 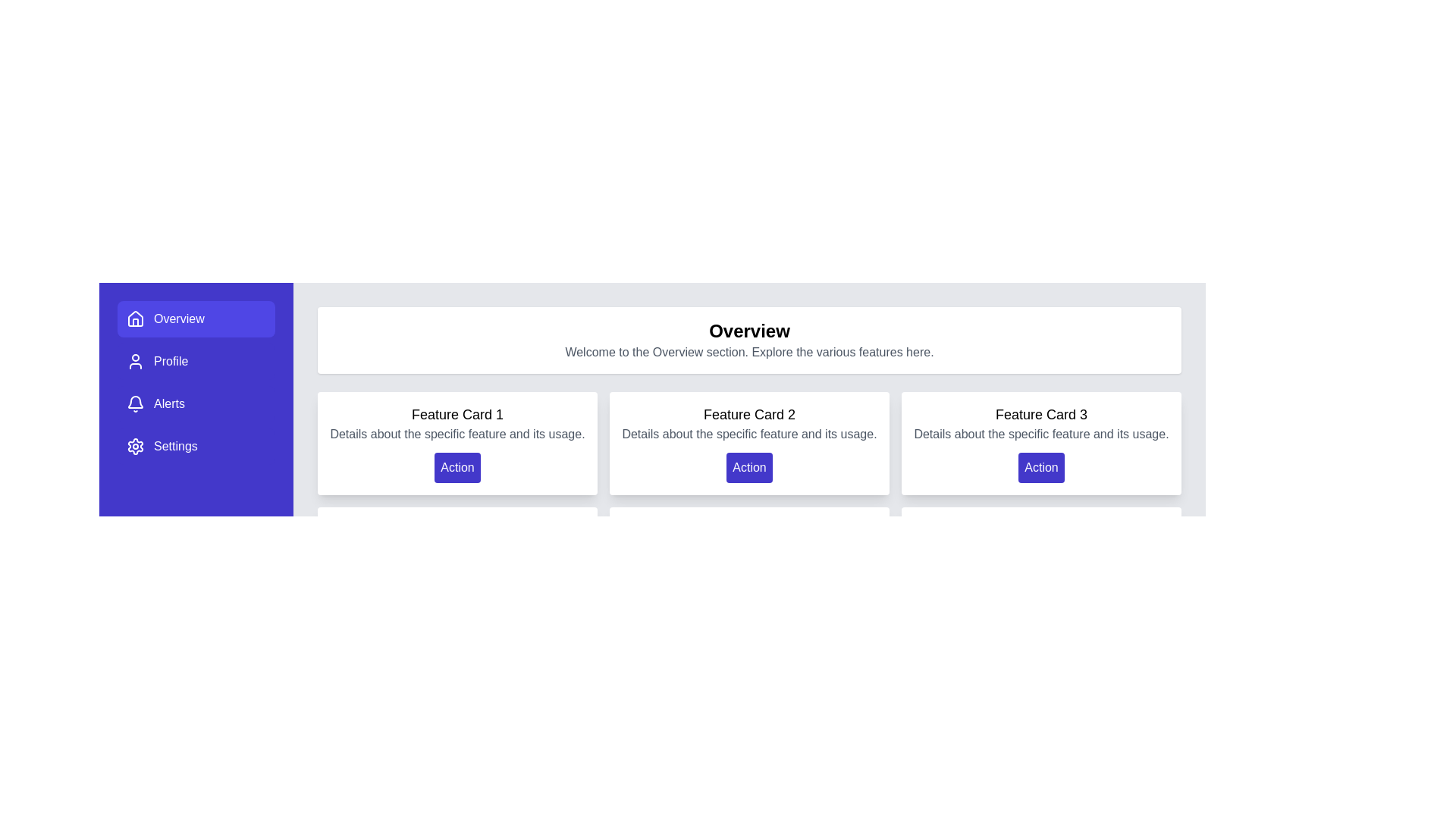 What do you see at coordinates (749, 353) in the screenshot?
I see `the descriptive text label located directly below the 'Overview' heading in the upper section of the central interface` at bounding box center [749, 353].